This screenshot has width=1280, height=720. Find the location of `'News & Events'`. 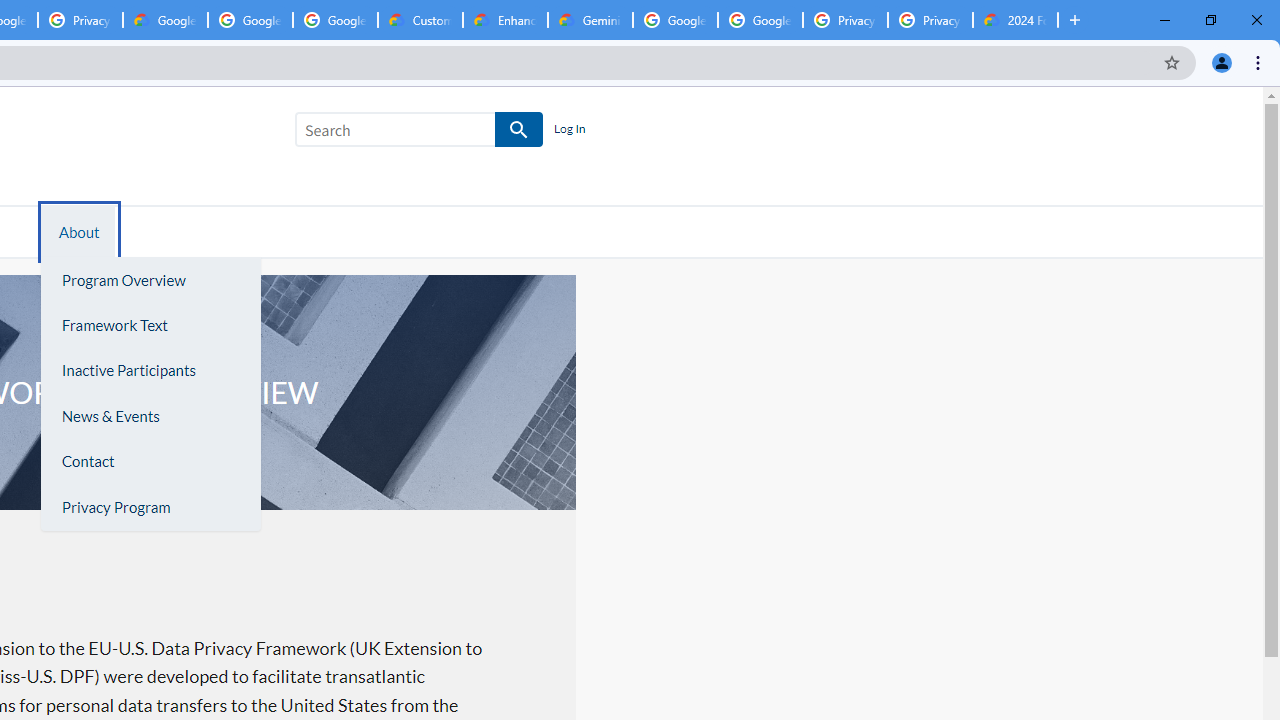

'News & Events' is located at coordinates (149, 415).